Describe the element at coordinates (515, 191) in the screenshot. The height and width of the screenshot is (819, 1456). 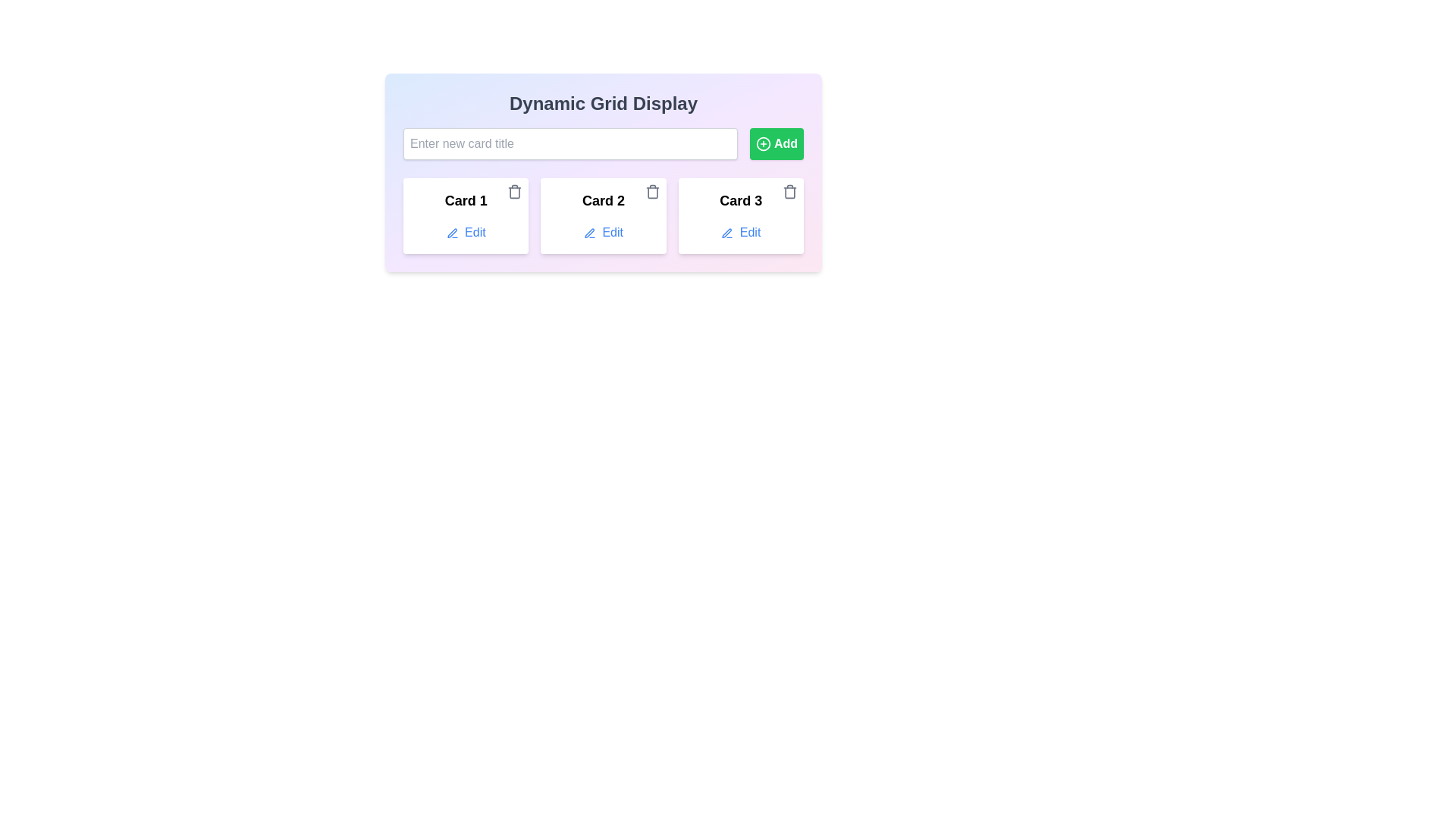
I see `the delete icon button located at the top-right corner of the card labeled 'Card 1'` at that location.